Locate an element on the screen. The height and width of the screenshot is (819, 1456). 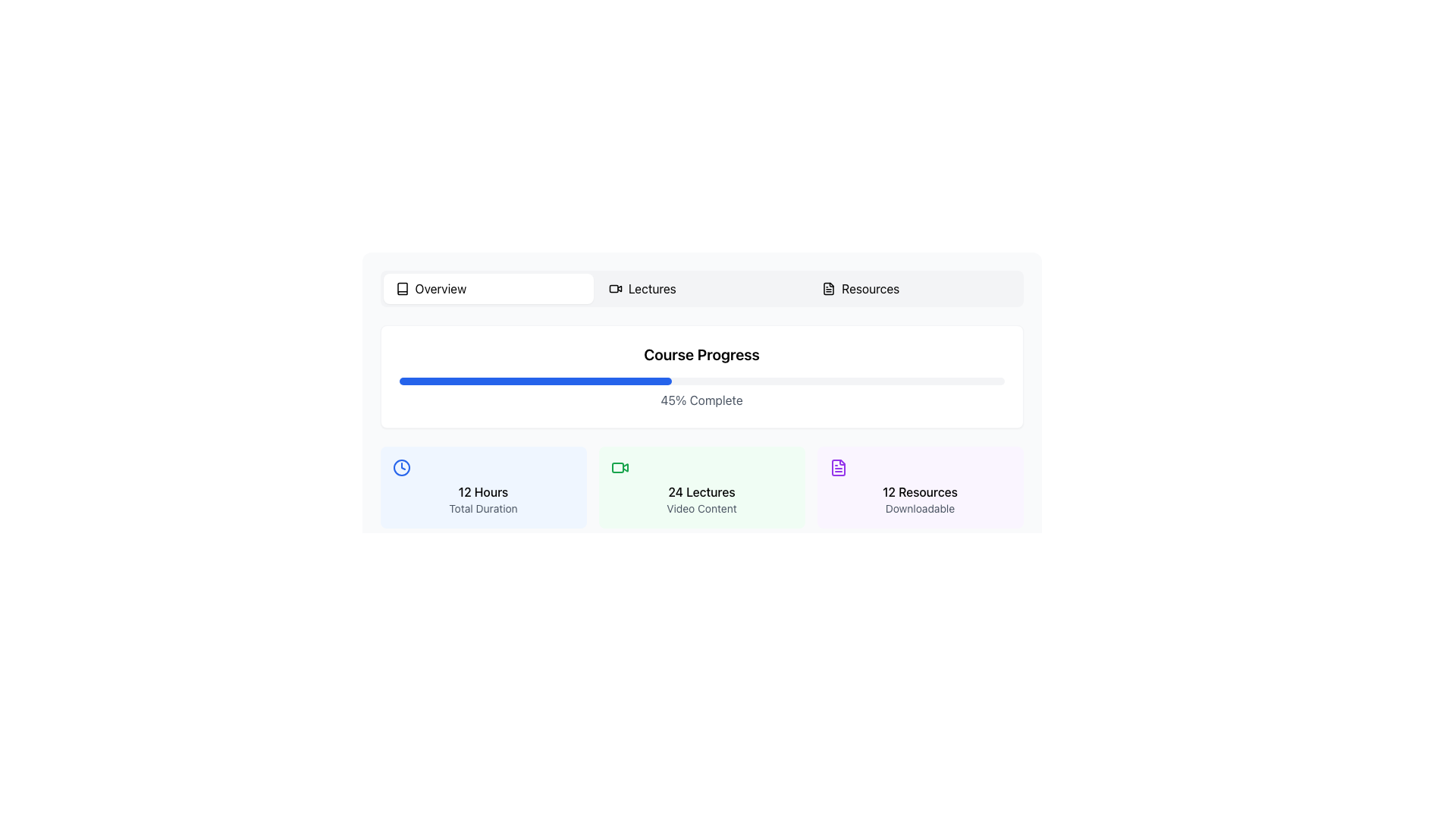
the text label that displays the total duration of a course or program, which shows a numeric value followed by 'Hours', located centrally beneath a clock icon is located at coordinates (482, 491).